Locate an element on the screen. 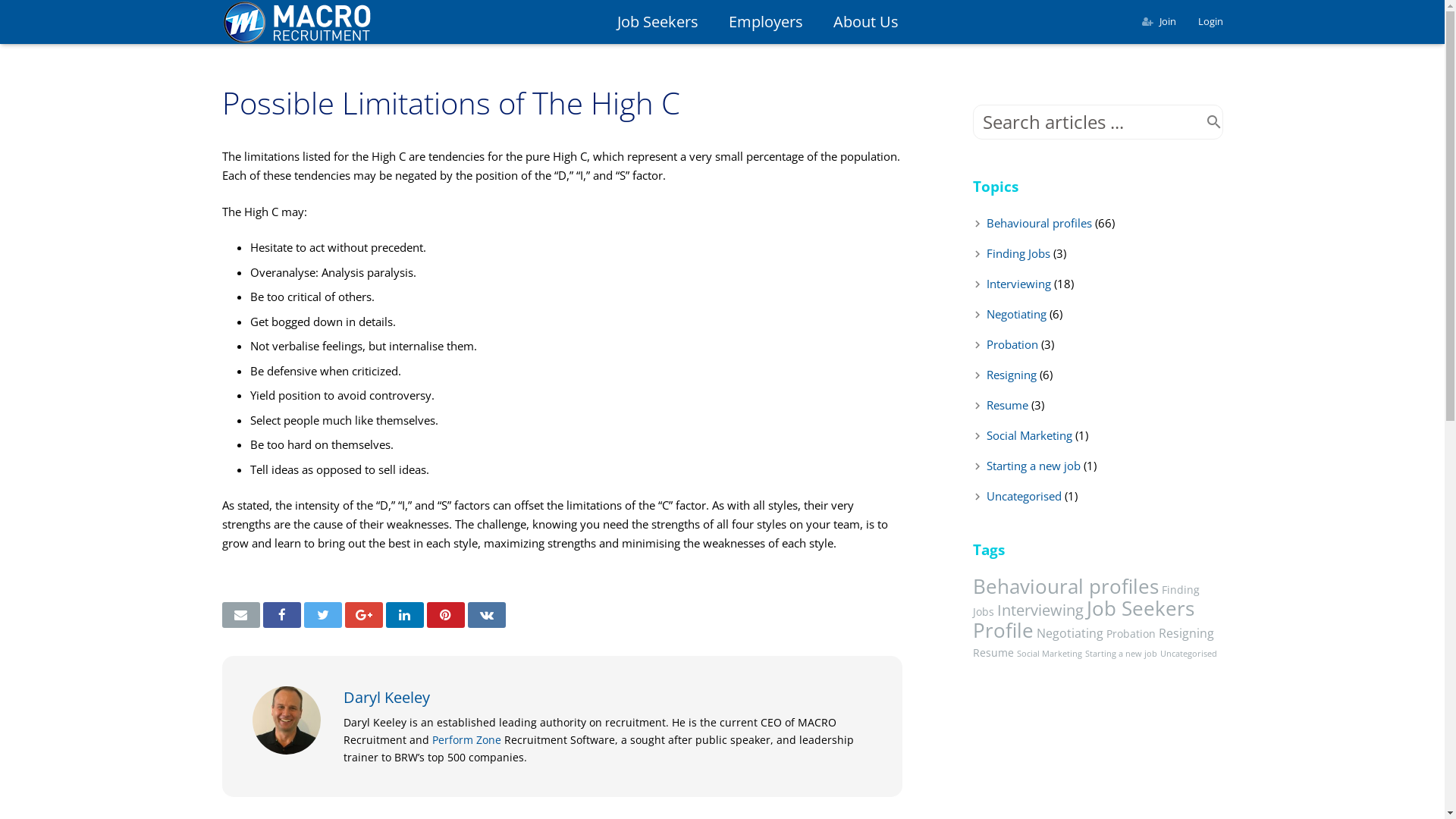 Image resolution: width=1456 pixels, height=819 pixels. 'Probation' is located at coordinates (1012, 344).